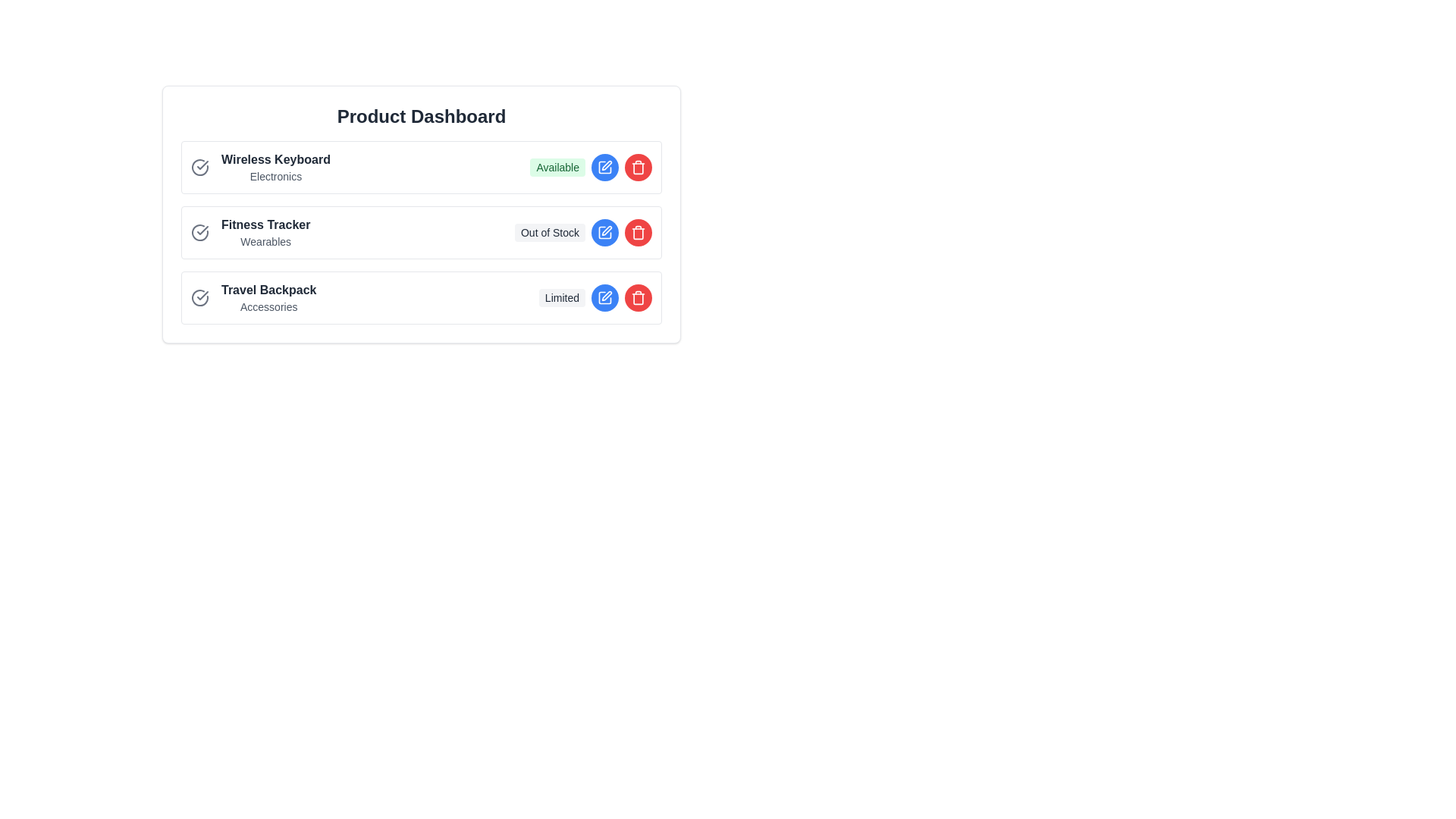 The height and width of the screenshot is (819, 1456). What do you see at coordinates (638, 298) in the screenshot?
I see `the delete button for the product Travel Backpack` at bounding box center [638, 298].